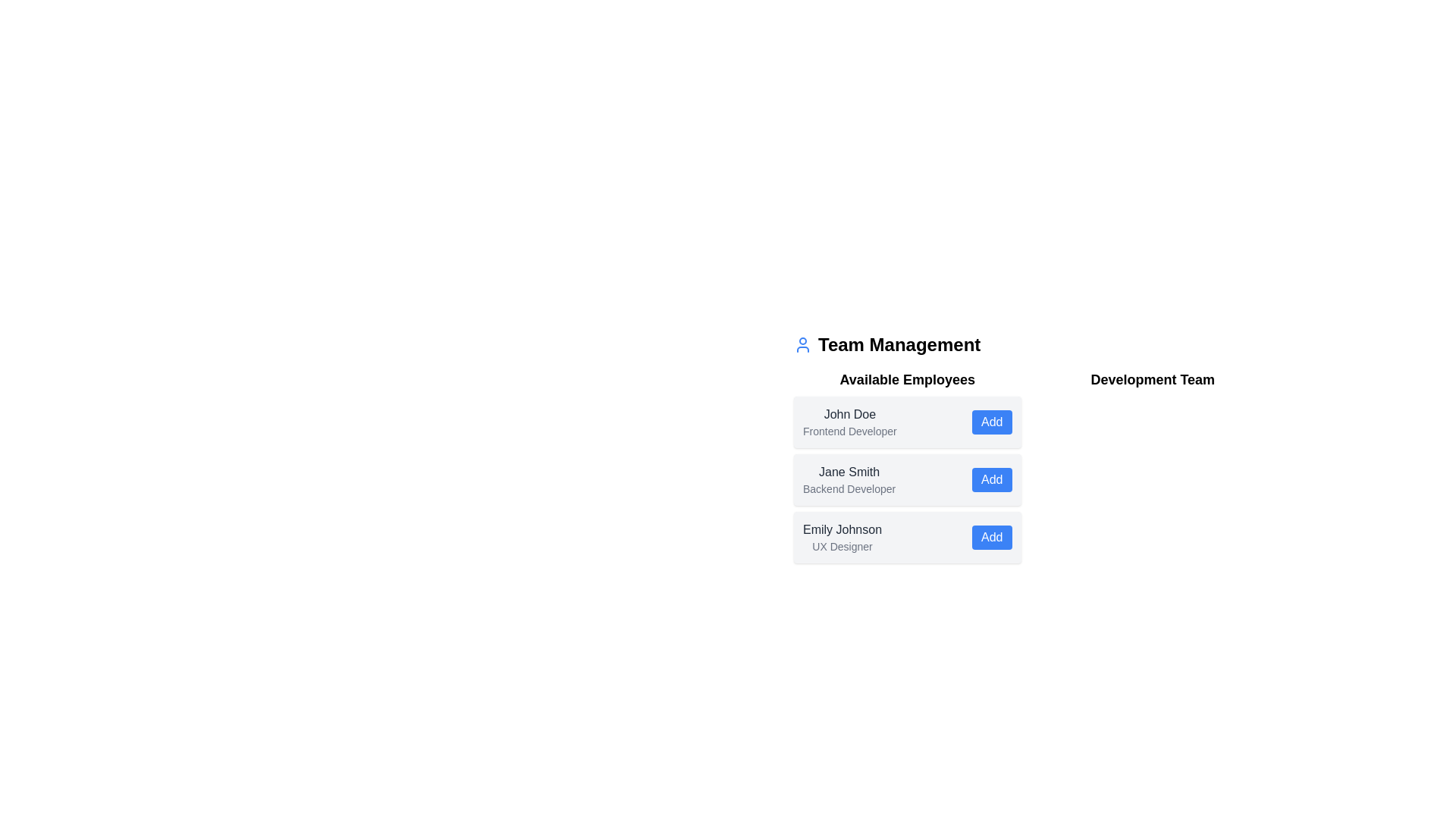  Describe the element at coordinates (907, 465) in the screenshot. I see `the List Entry with Action Button for employee 'Jane Smith'` at that location.